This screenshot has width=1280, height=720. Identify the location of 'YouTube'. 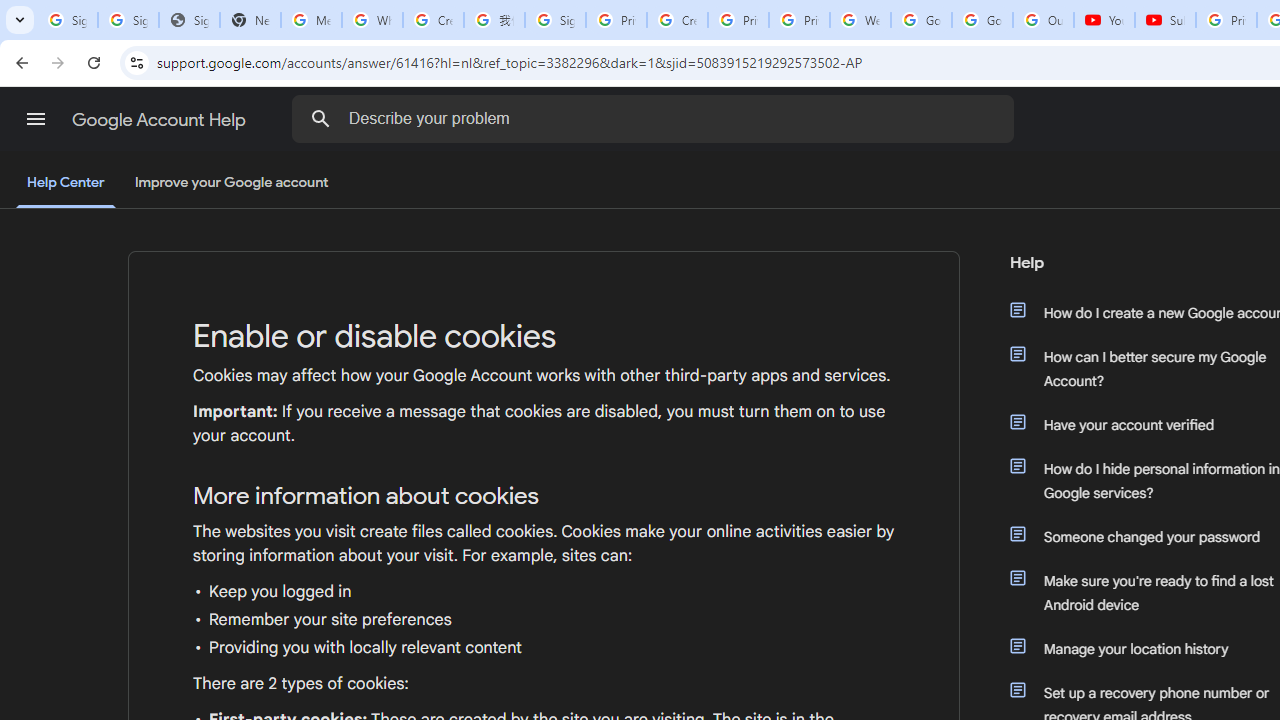
(1103, 20).